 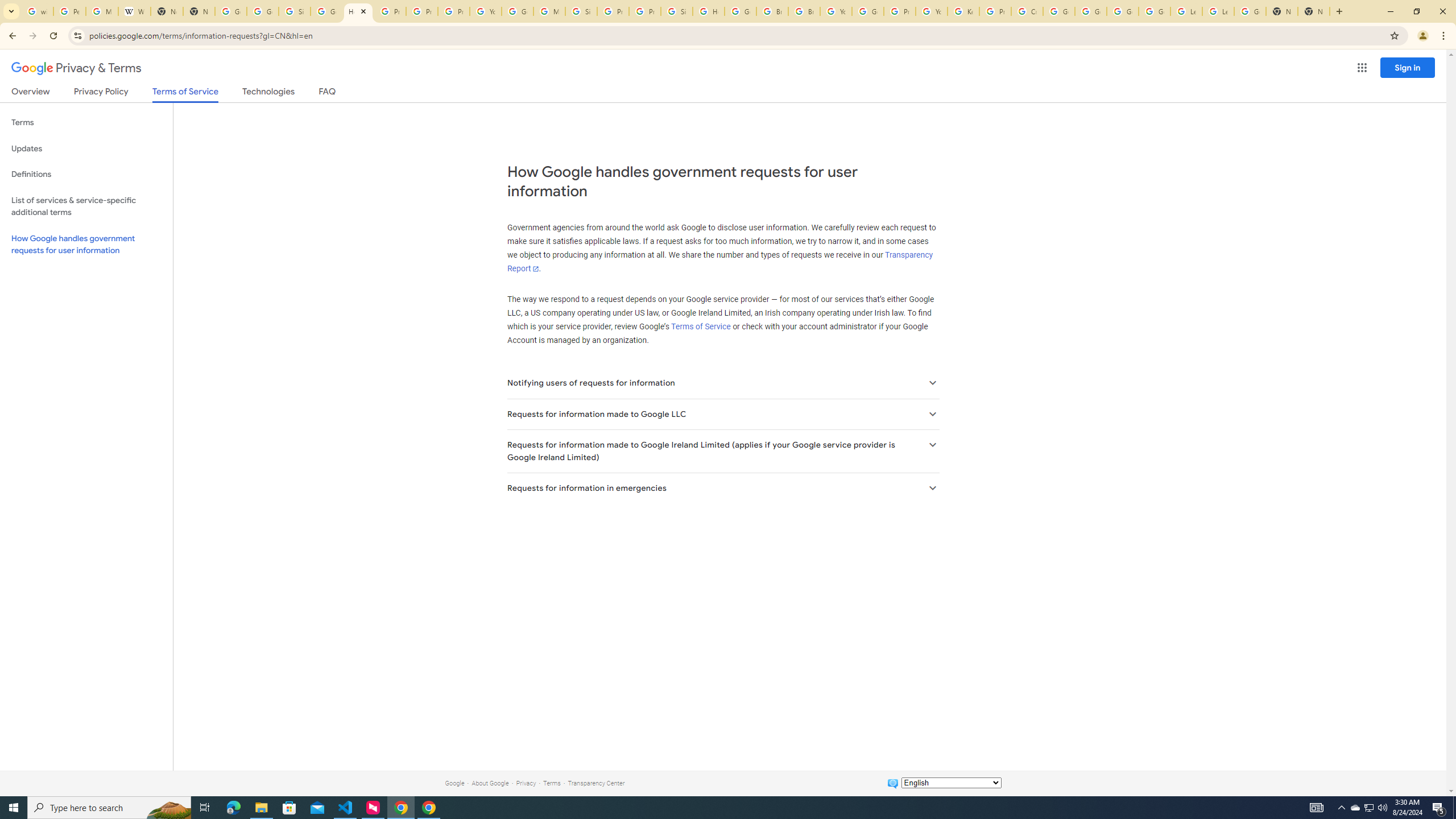 What do you see at coordinates (1314, 11) in the screenshot?
I see `'New Tab'` at bounding box center [1314, 11].